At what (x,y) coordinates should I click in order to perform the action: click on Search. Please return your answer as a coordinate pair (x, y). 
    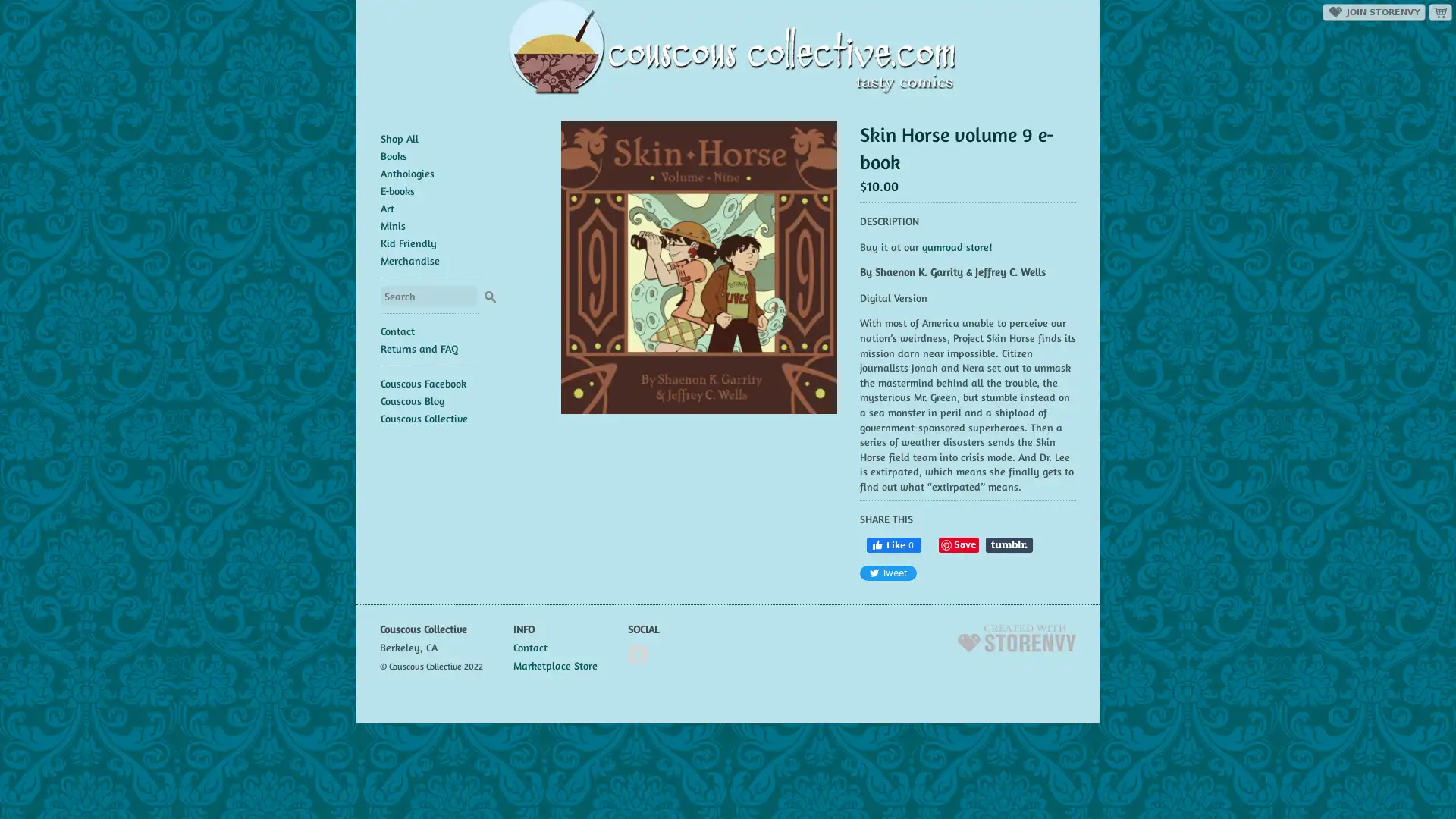
    Looking at the image, I should click on (489, 294).